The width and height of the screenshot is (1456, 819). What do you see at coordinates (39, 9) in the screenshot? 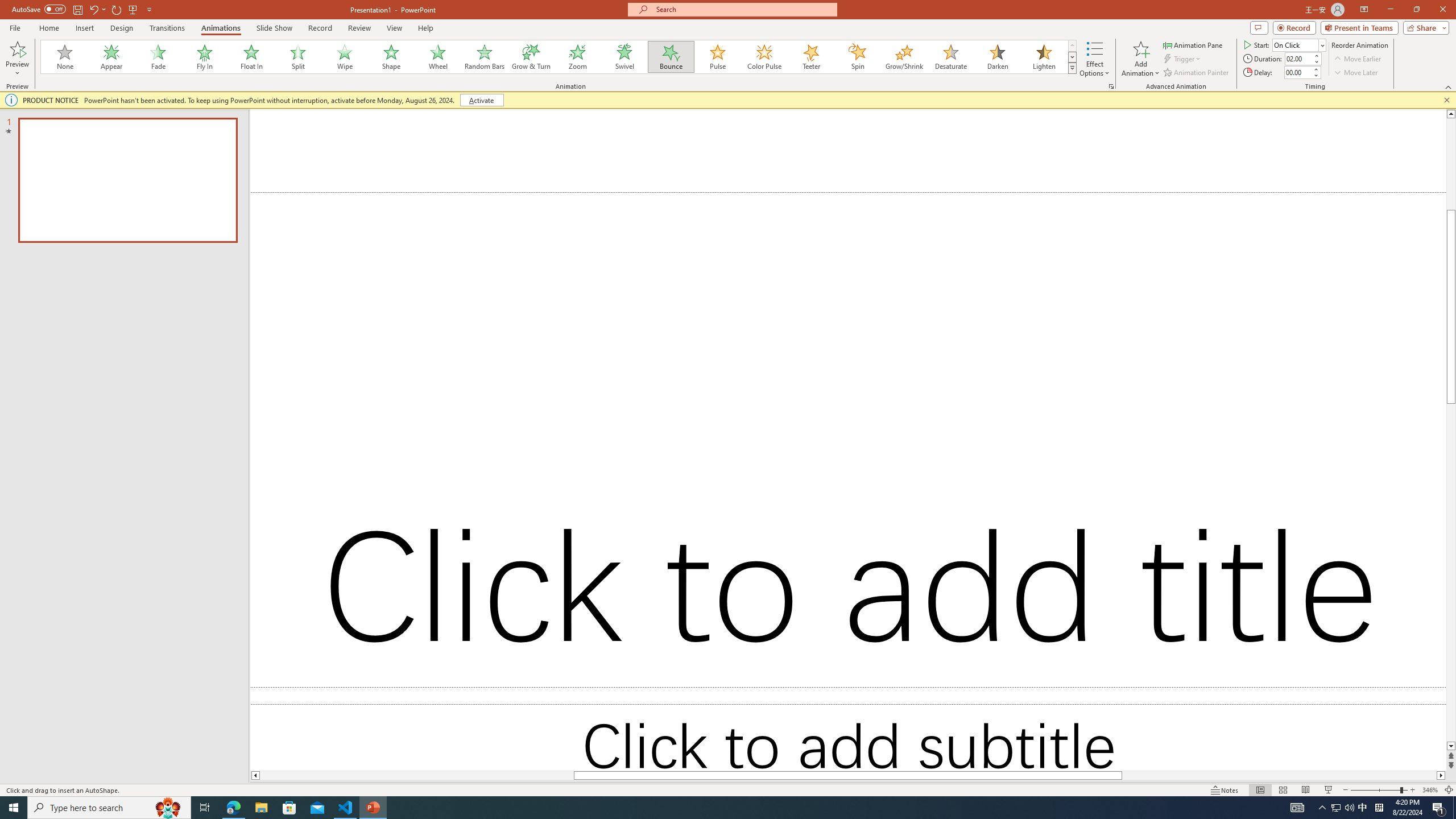
I see `'AutoSave'` at bounding box center [39, 9].